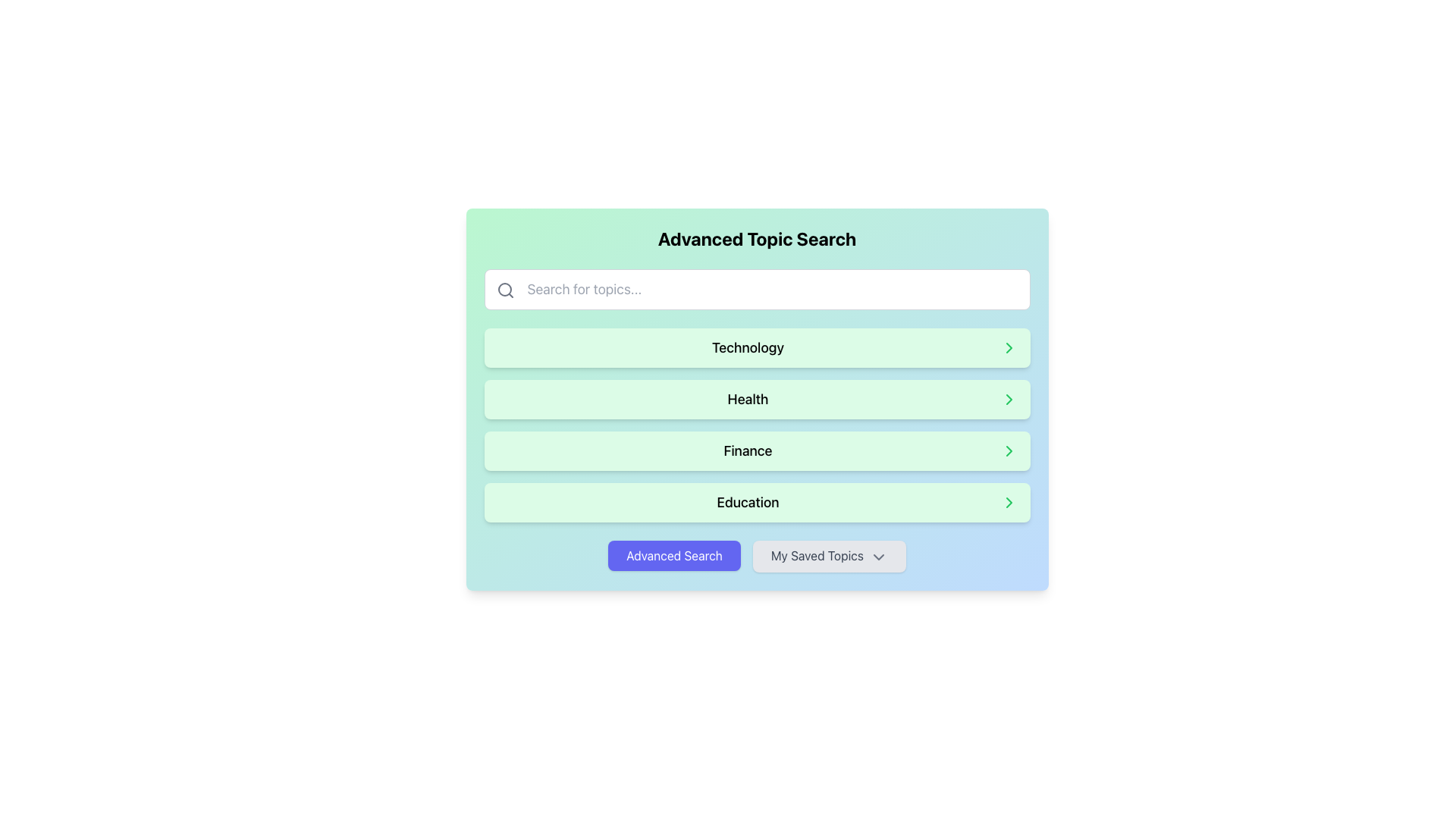 The height and width of the screenshot is (819, 1456). Describe the element at coordinates (504, 289) in the screenshot. I see `the inner circle of the magnifying glass search icon, which is a decorative SVG element within the search bar` at that location.